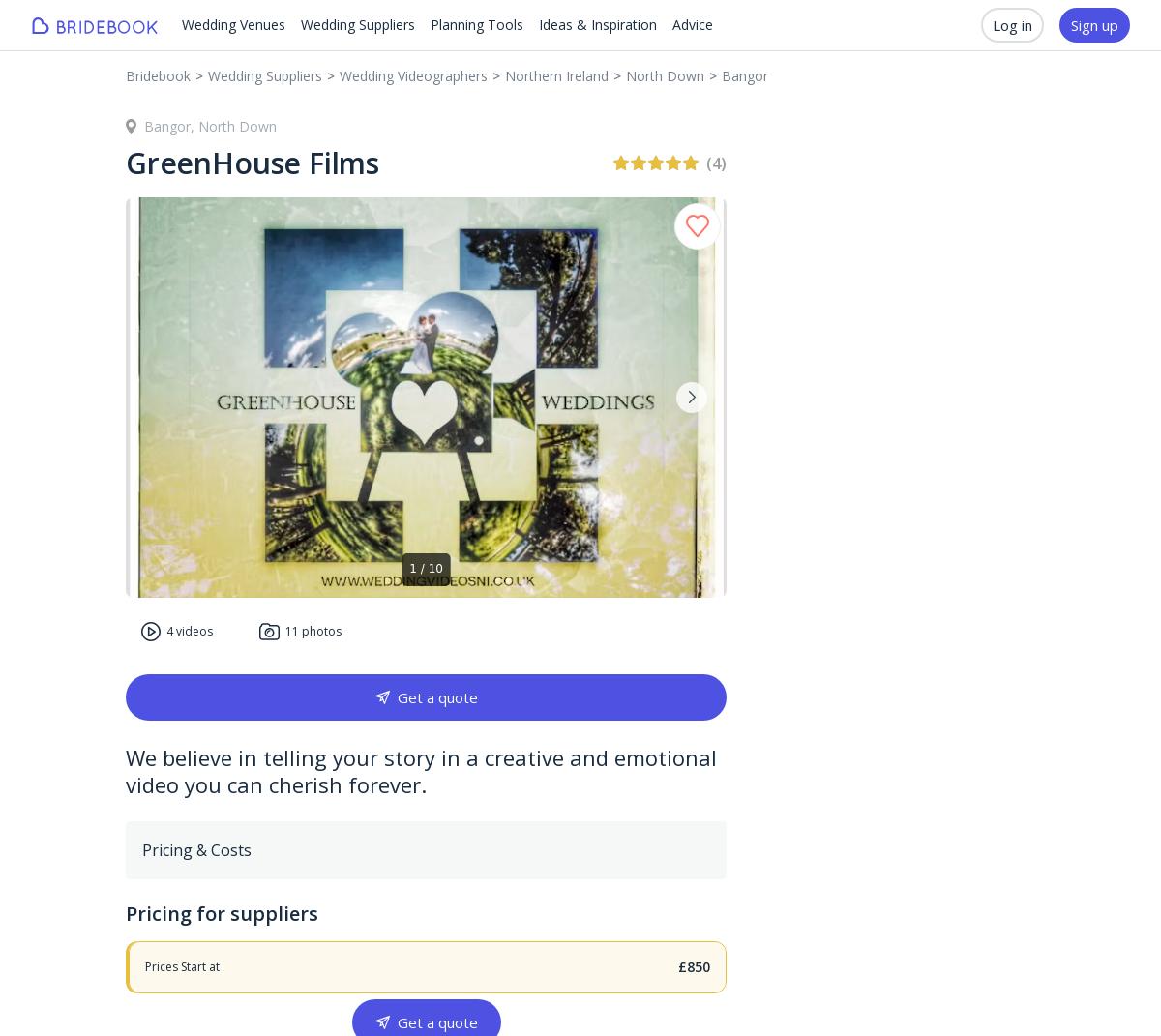 The width and height of the screenshot is (1161, 1036). Describe the element at coordinates (195, 849) in the screenshot. I see `'Pricing & Costs'` at that location.